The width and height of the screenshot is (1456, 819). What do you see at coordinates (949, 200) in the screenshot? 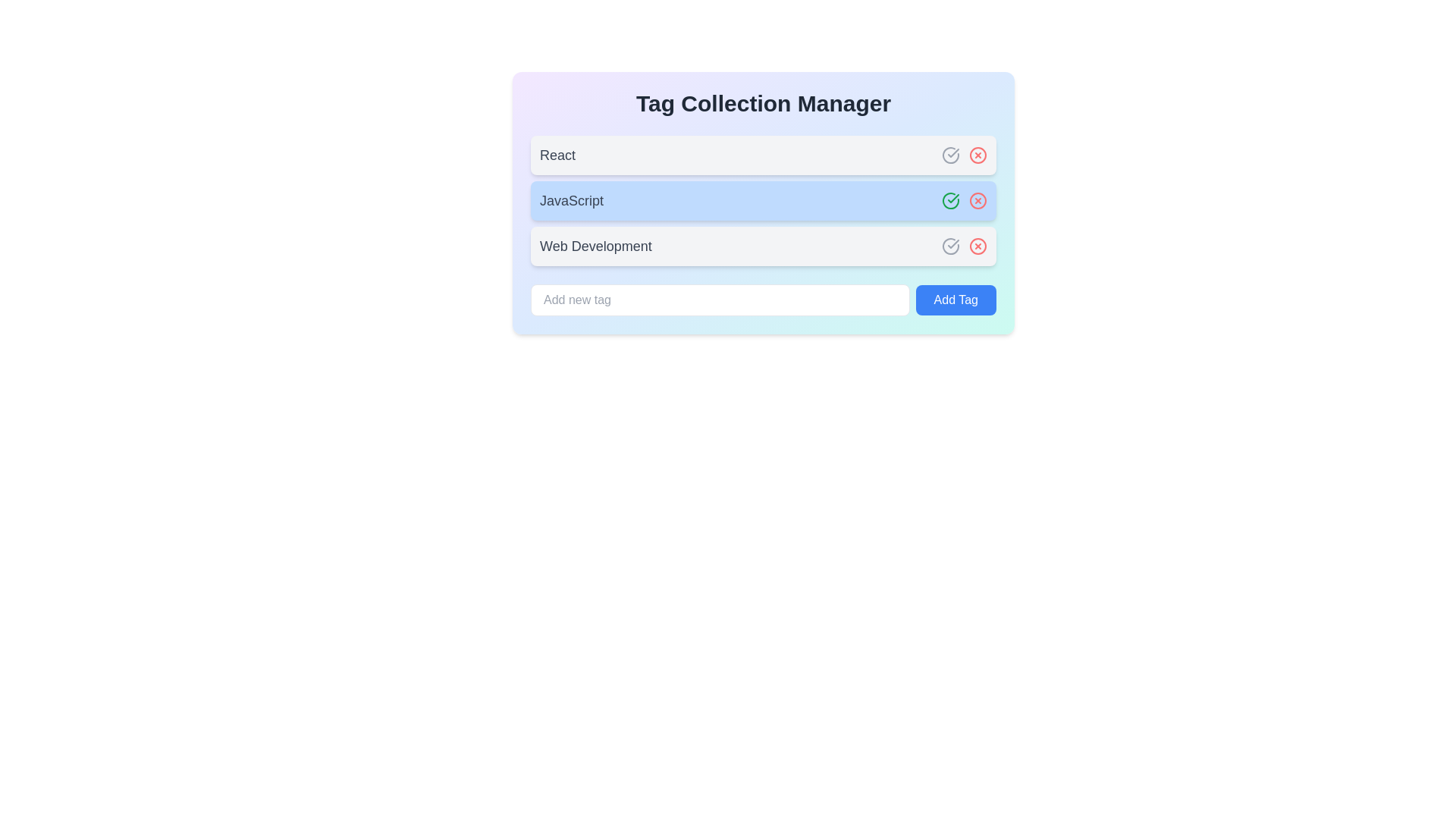
I see `the confirmation icon located next to the 'JavaScript' tag in the middle row of the vertical list of tags` at bounding box center [949, 200].